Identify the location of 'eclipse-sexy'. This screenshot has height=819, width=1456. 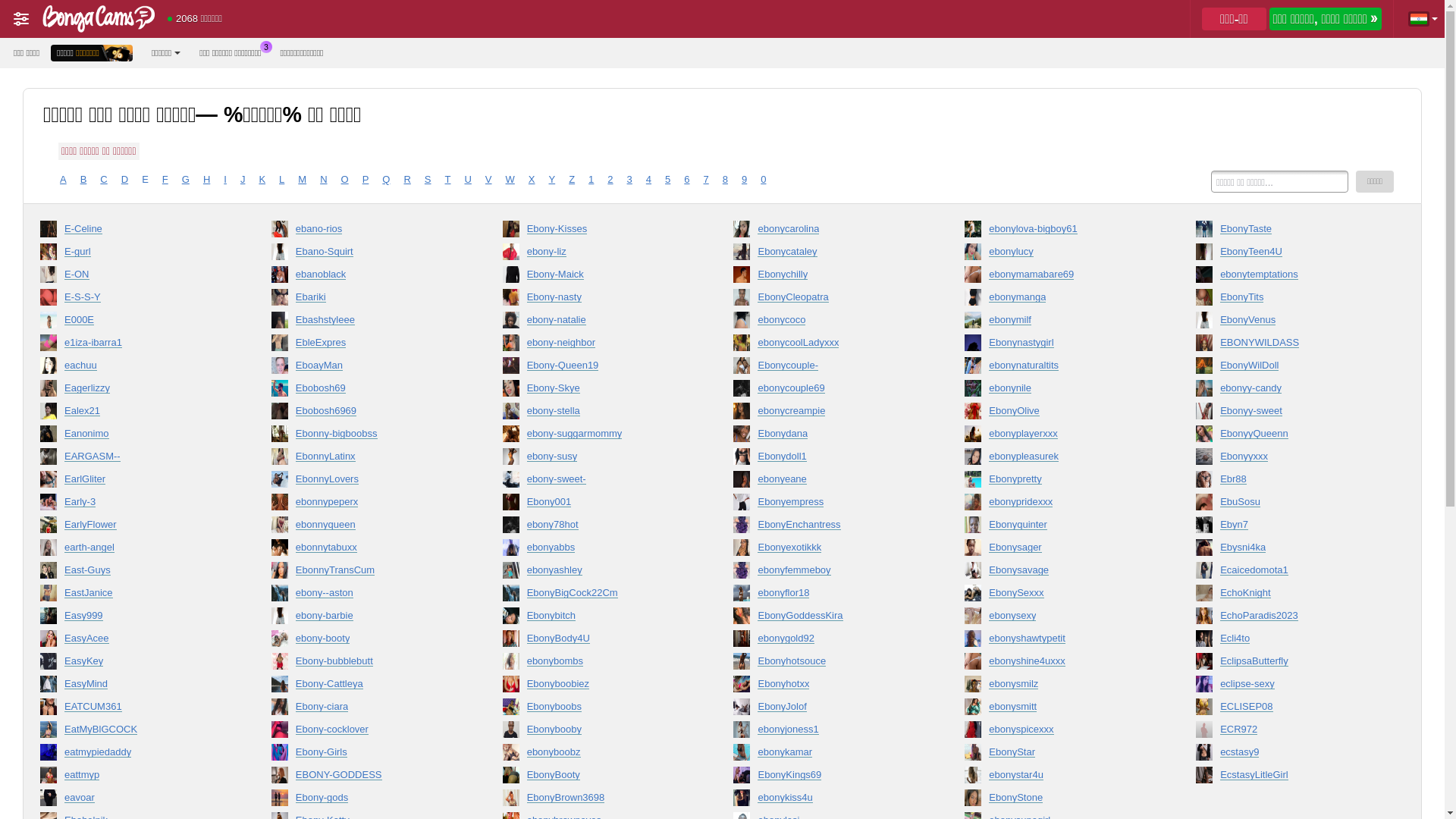
(1288, 687).